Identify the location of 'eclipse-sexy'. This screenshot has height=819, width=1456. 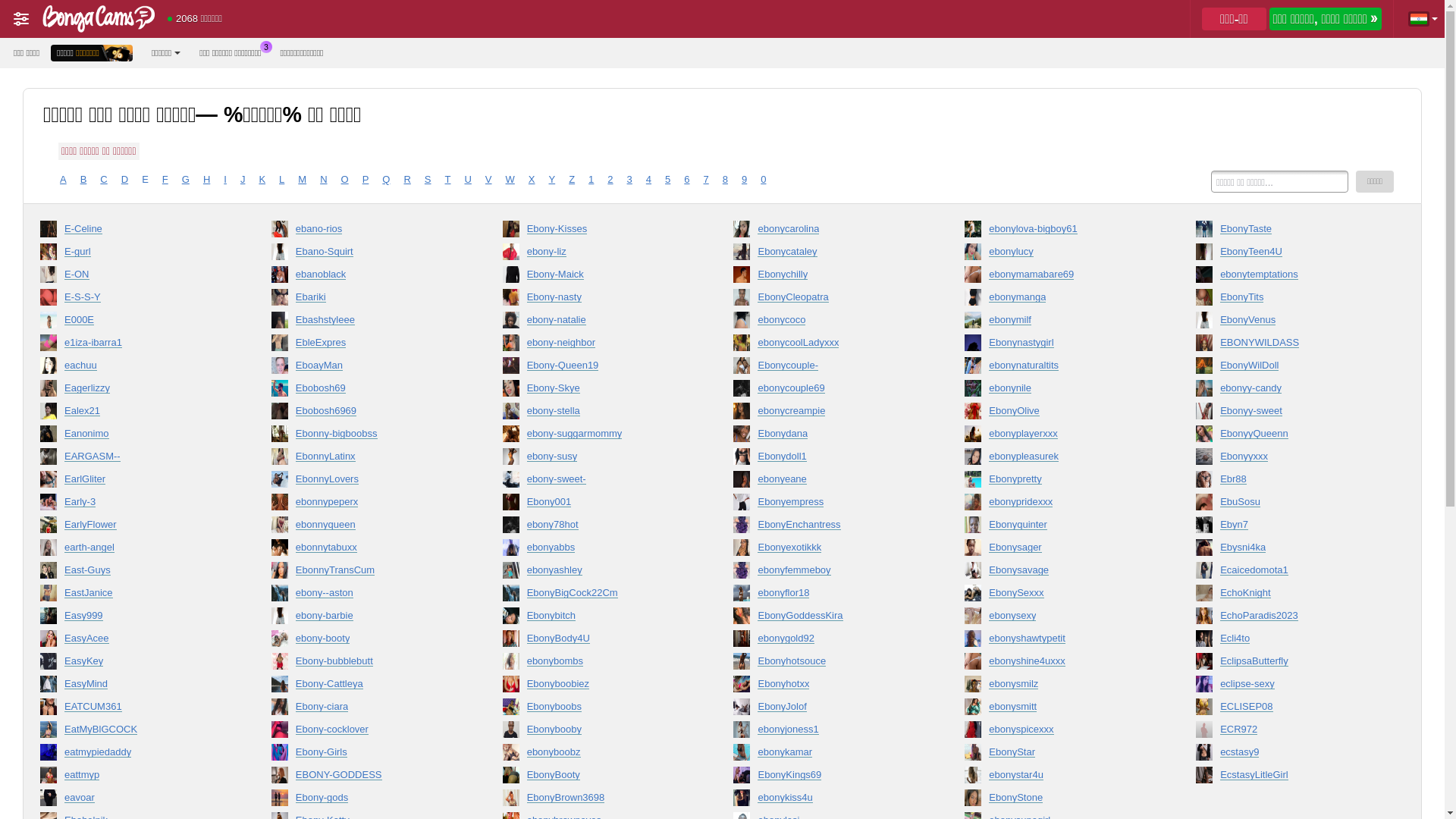
(1288, 687).